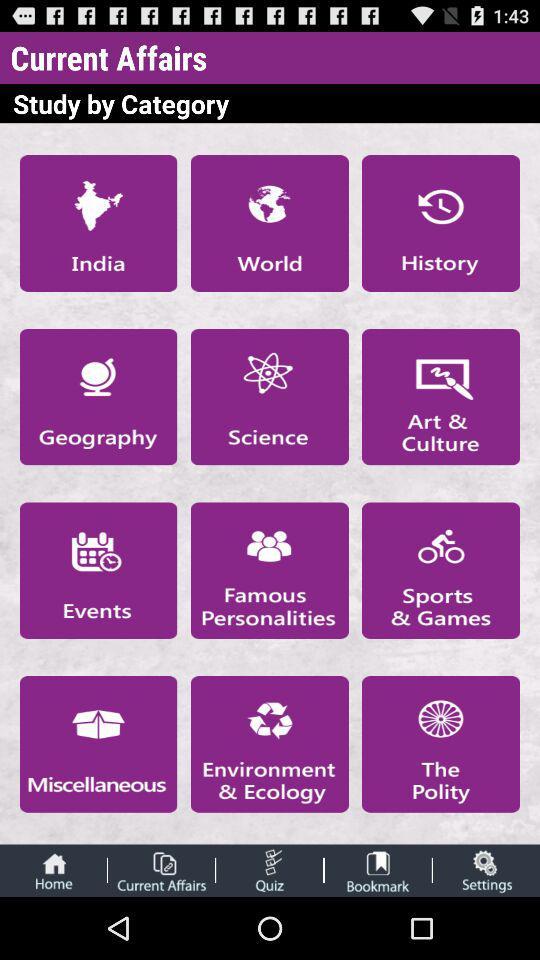  Describe the element at coordinates (441, 396) in the screenshot. I see `art culture category` at that location.